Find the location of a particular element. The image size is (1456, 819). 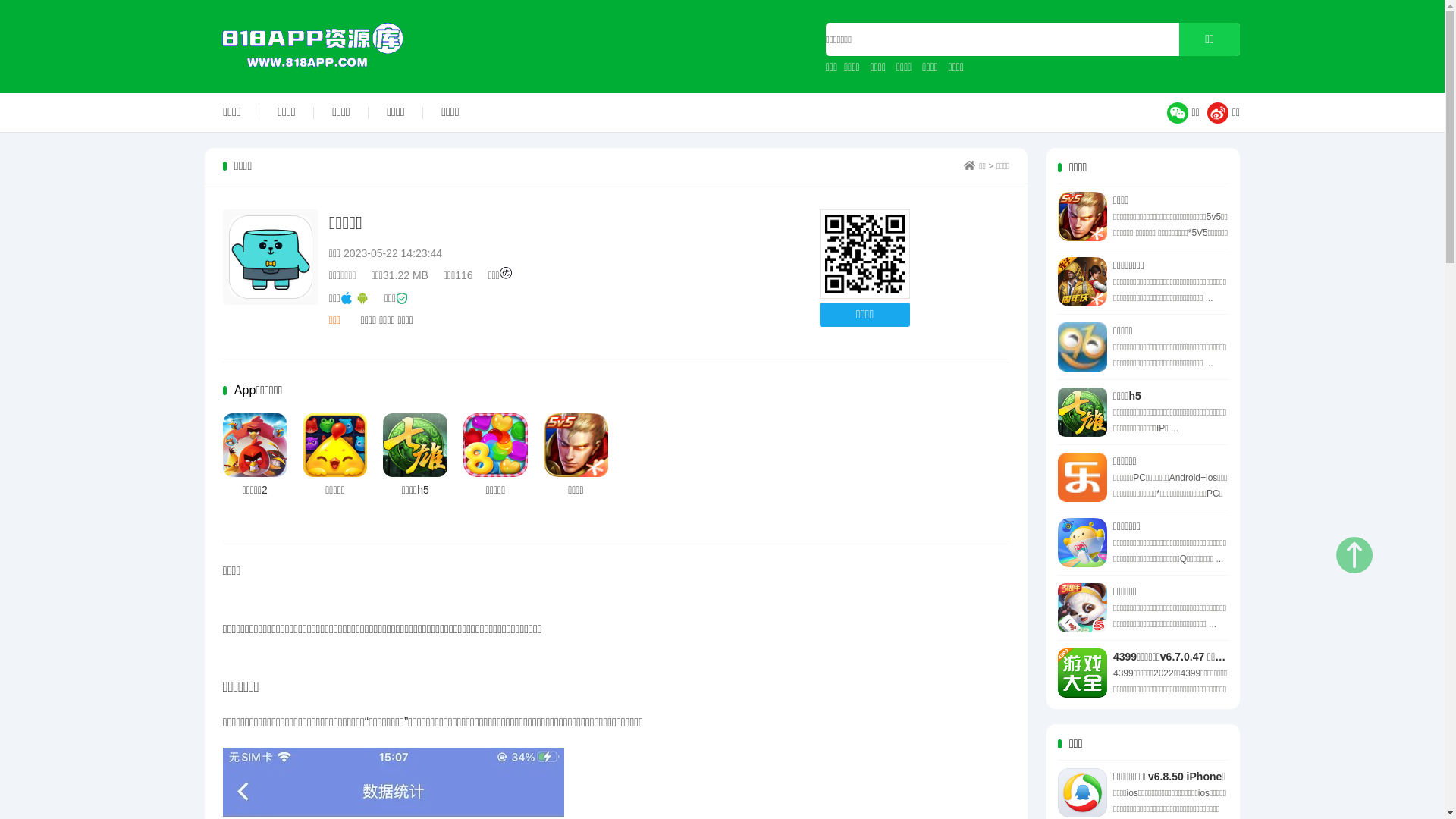

'http://www.818app.com' is located at coordinates (864, 253).